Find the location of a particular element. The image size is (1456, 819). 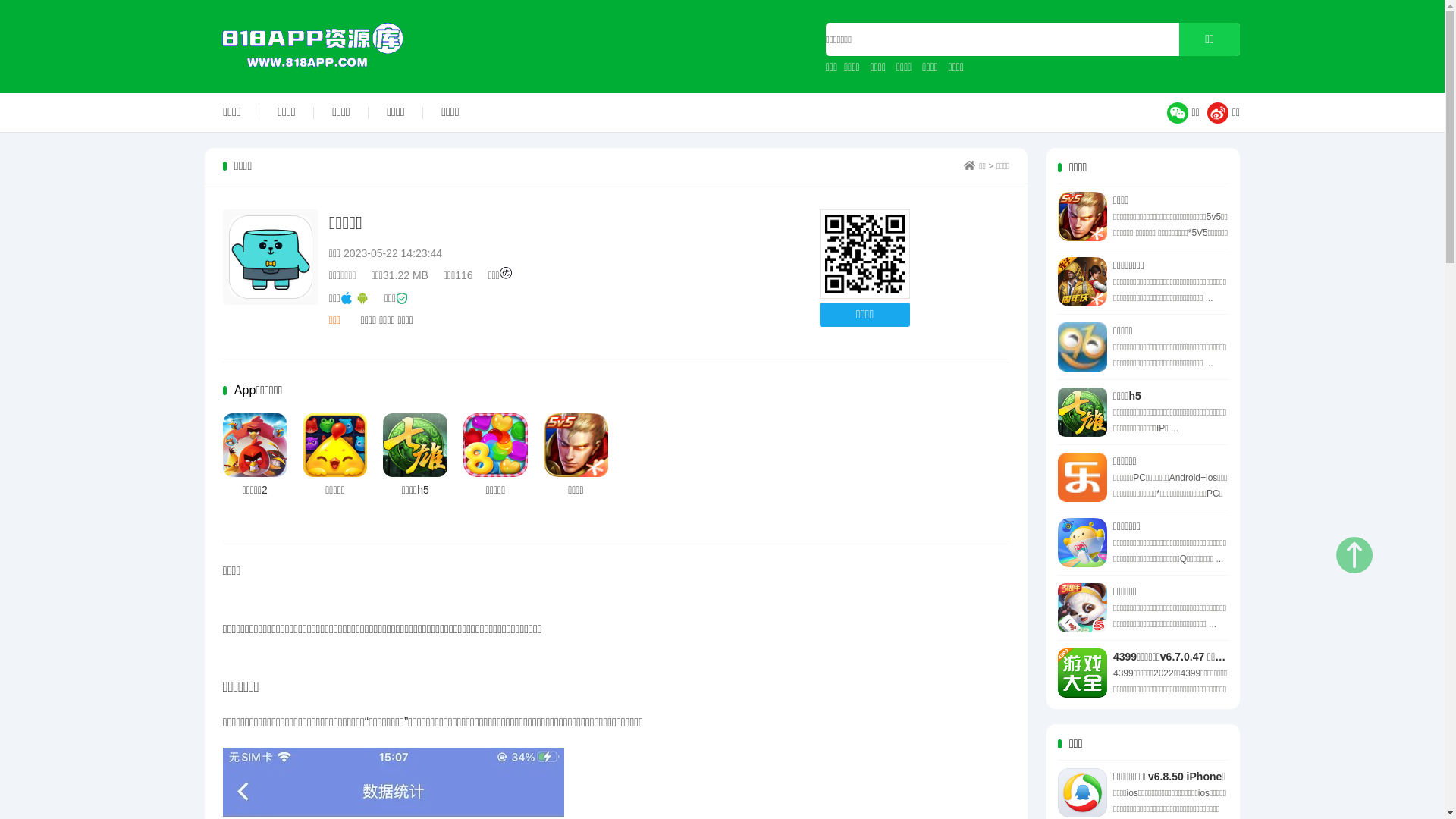

'http://www.818app.com' is located at coordinates (864, 253).